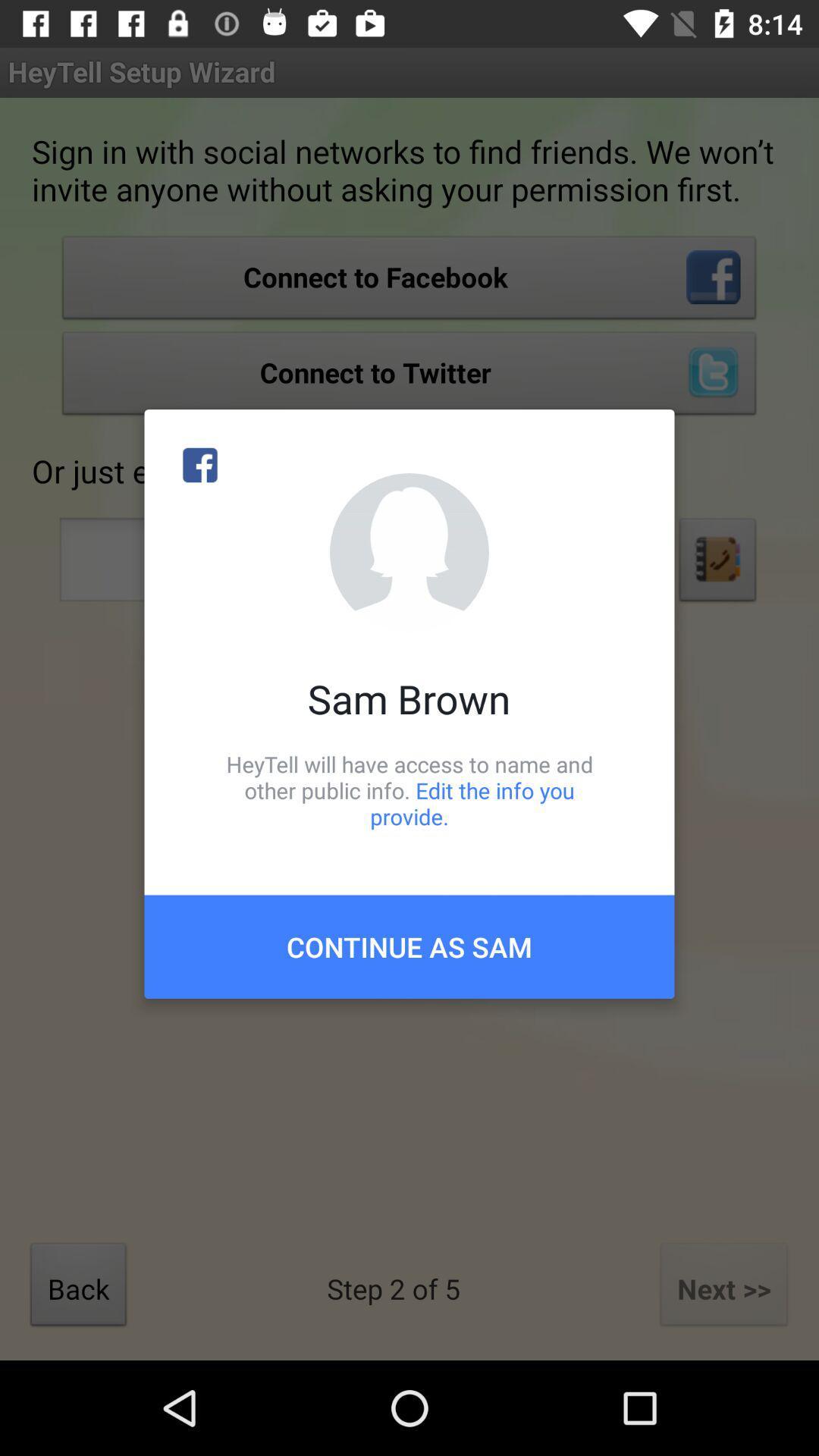  Describe the element at coordinates (409, 789) in the screenshot. I see `heytell will have item` at that location.